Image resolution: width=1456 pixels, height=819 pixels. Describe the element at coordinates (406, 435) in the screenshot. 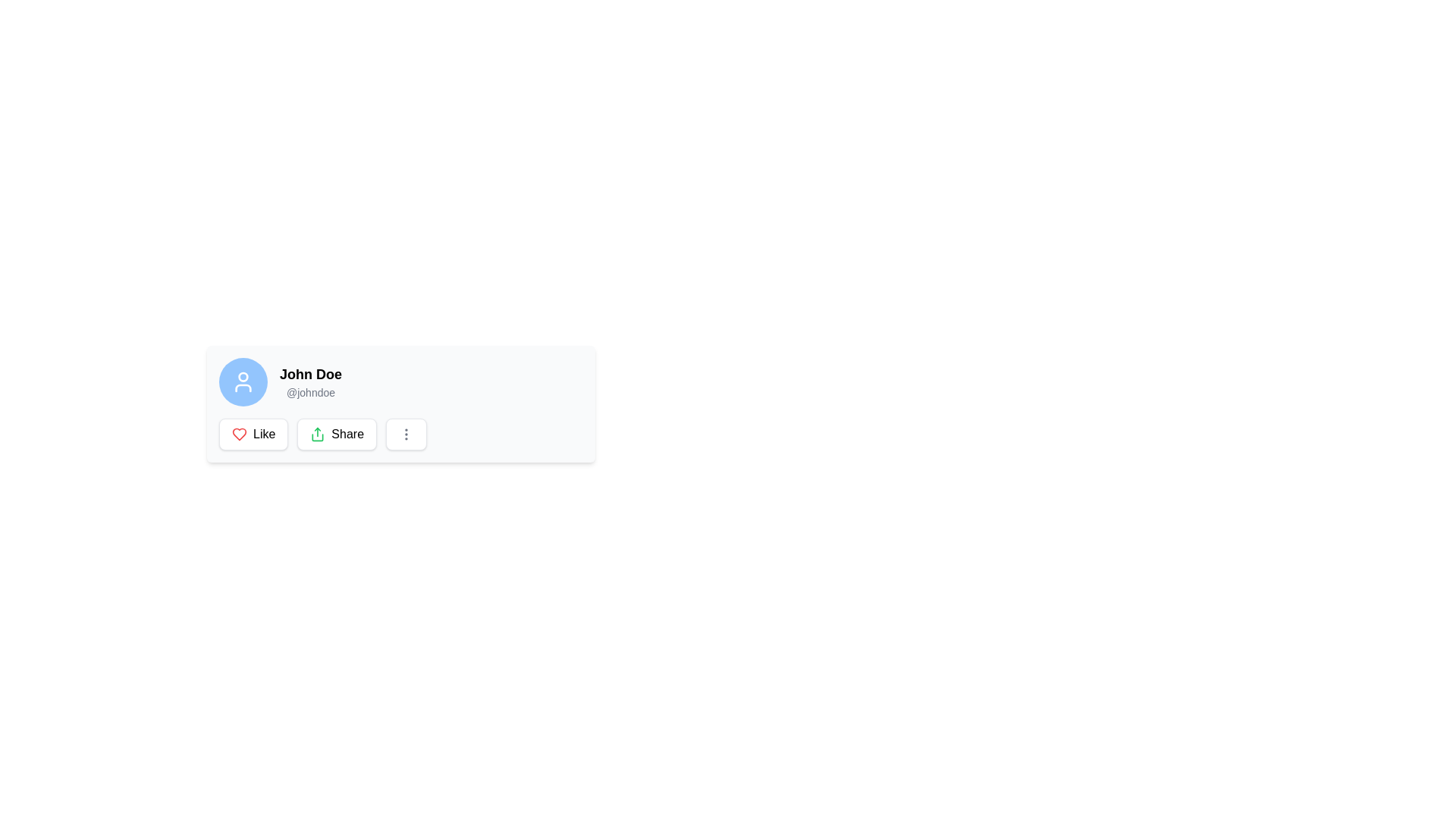

I see `the vertical ellipsis icon located at the bottom-right corner of the card component` at that location.